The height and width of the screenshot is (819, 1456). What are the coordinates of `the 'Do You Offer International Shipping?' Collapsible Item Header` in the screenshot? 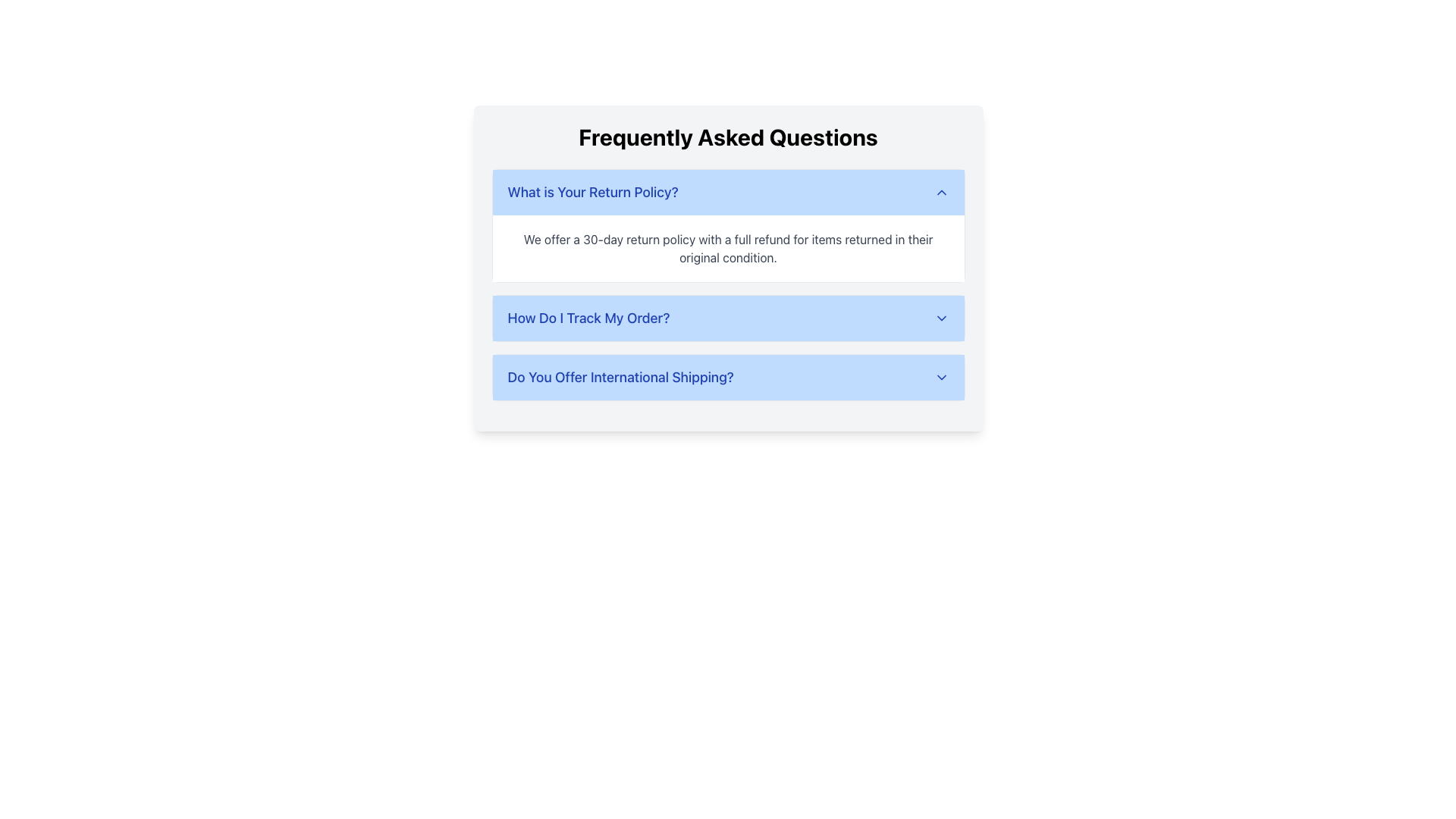 It's located at (728, 376).